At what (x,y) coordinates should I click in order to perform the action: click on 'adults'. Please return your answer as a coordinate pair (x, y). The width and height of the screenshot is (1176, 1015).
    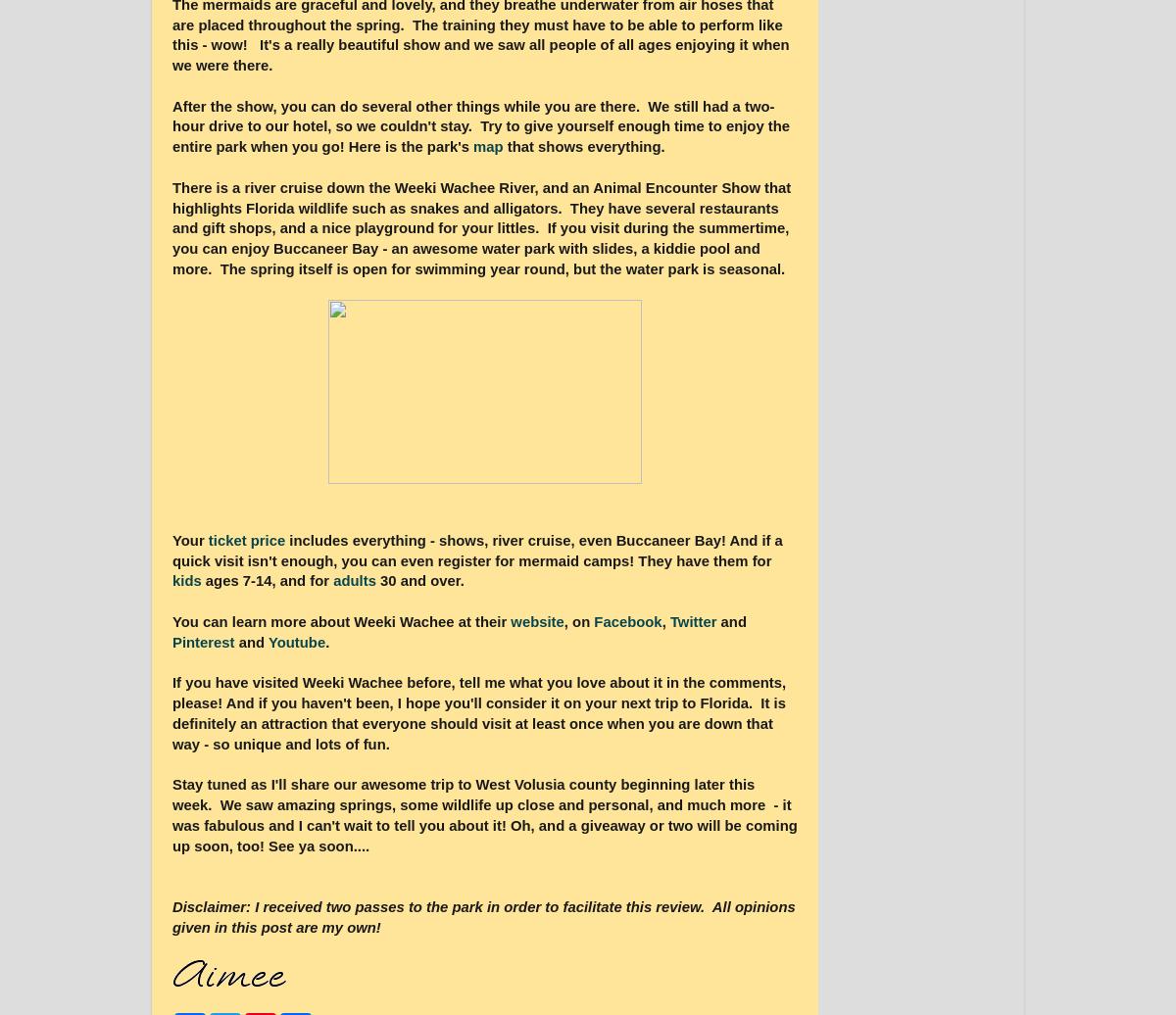
    Looking at the image, I should click on (356, 581).